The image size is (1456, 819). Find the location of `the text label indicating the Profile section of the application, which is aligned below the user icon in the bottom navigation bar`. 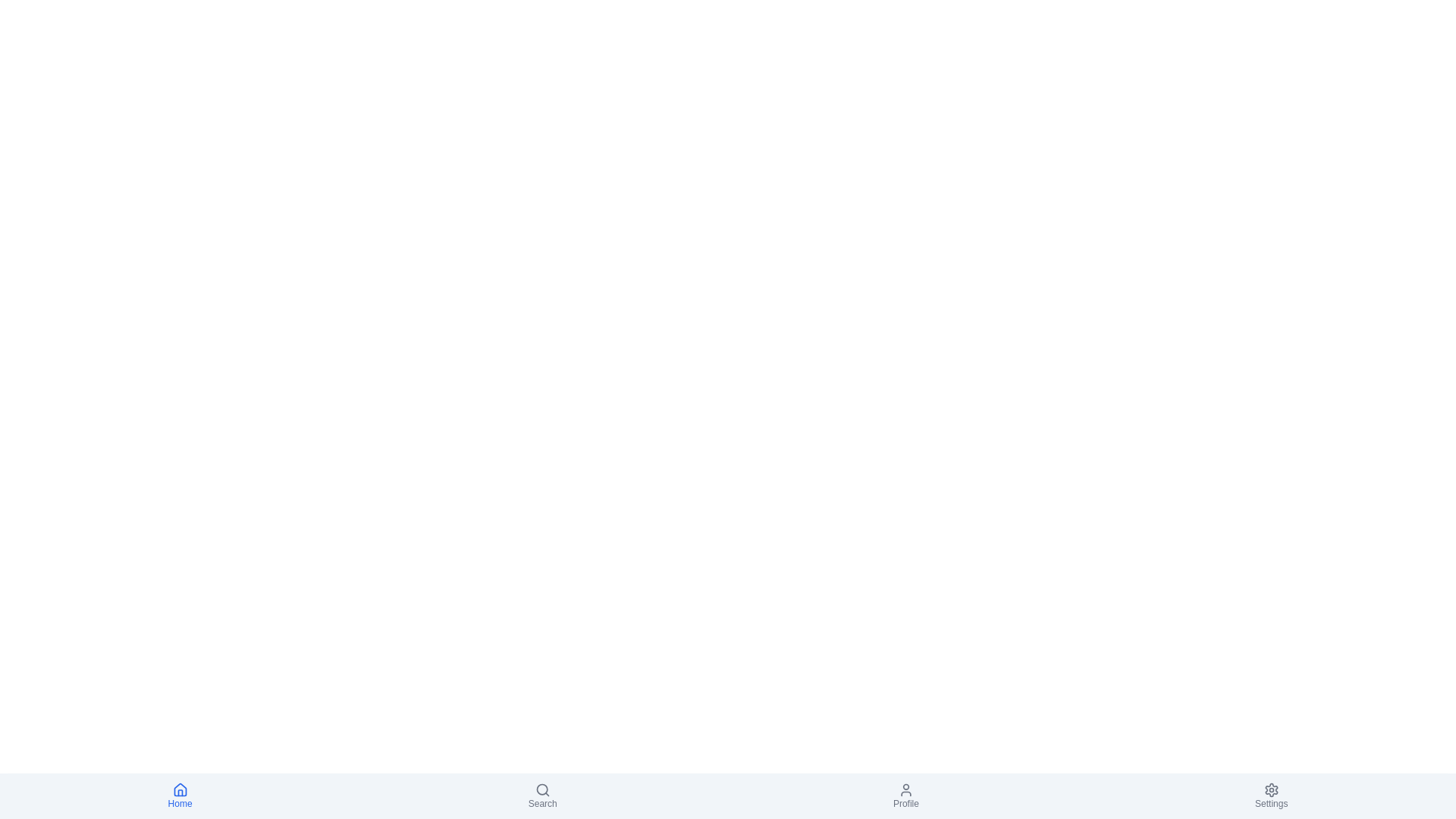

the text label indicating the Profile section of the application, which is aligned below the user icon in the bottom navigation bar is located at coordinates (905, 803).